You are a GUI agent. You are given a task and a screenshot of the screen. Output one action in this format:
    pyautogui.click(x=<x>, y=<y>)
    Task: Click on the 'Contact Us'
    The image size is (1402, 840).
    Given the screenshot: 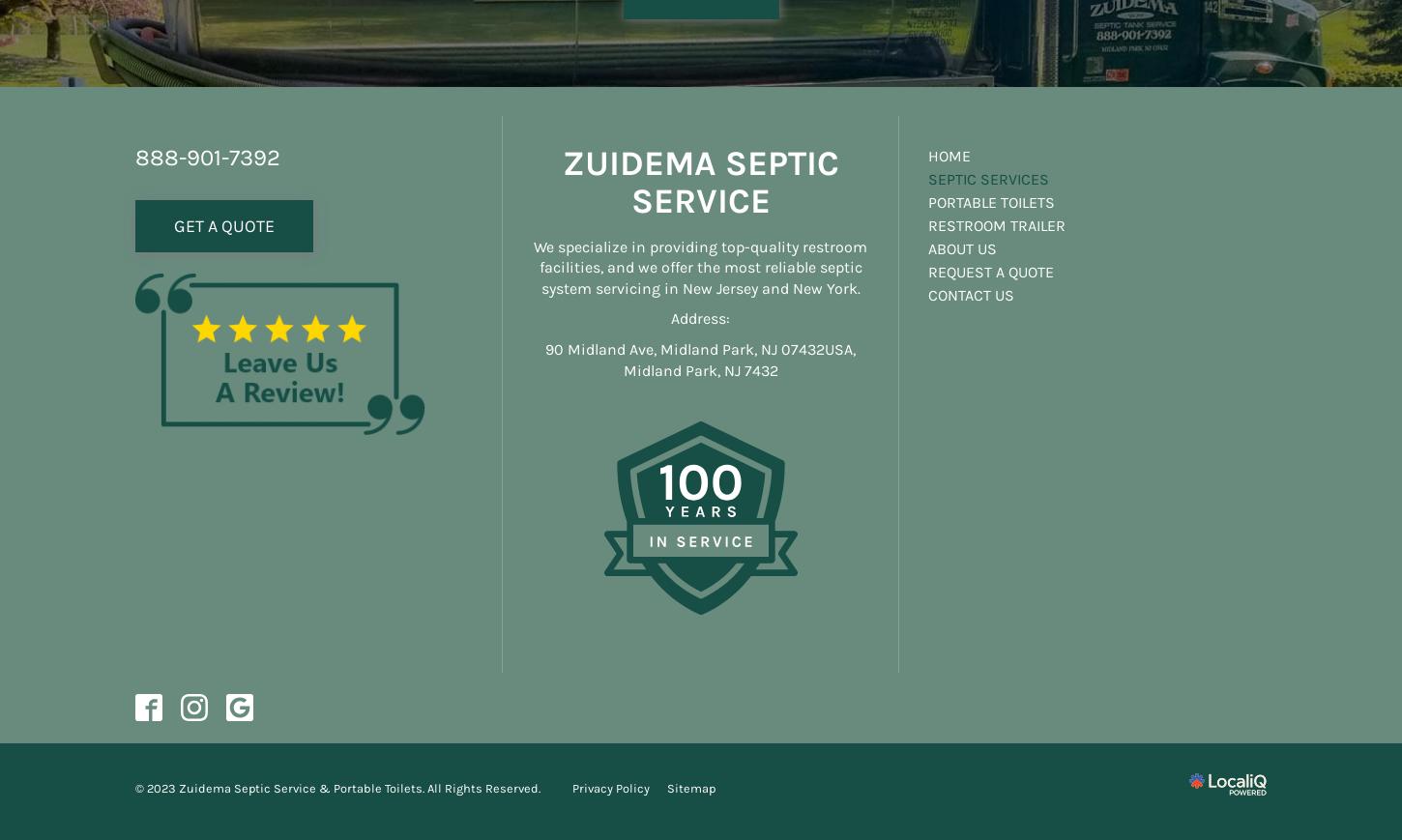 What is the action you would take?
    pyautogui.click(x=971, y=293)
    